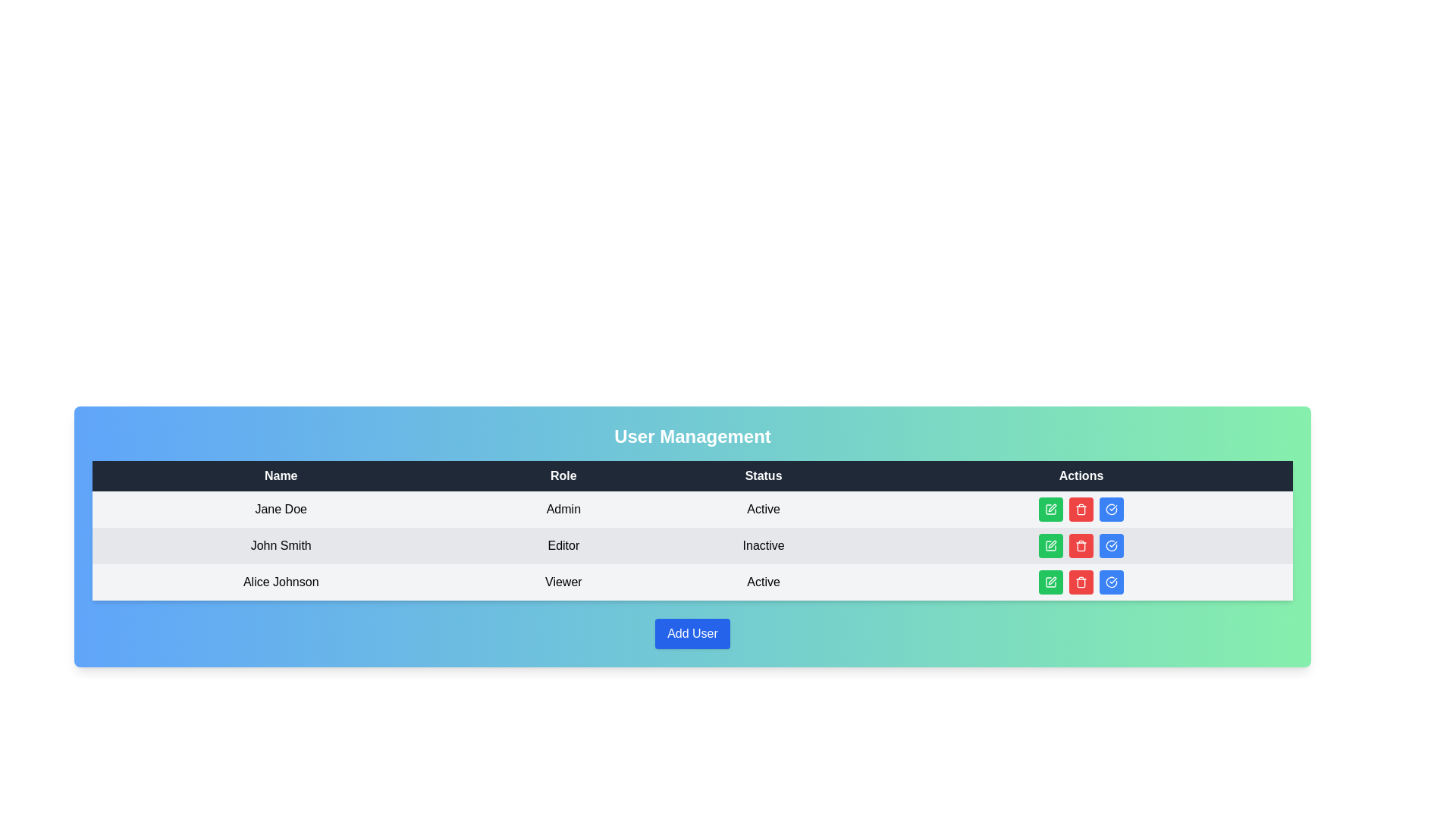  Describe the element at coordinates (1050, 509) in the screenshot. I see `the green action button with a pencil icon in the 'Actions' column for 'Jane Doe'` at that location.